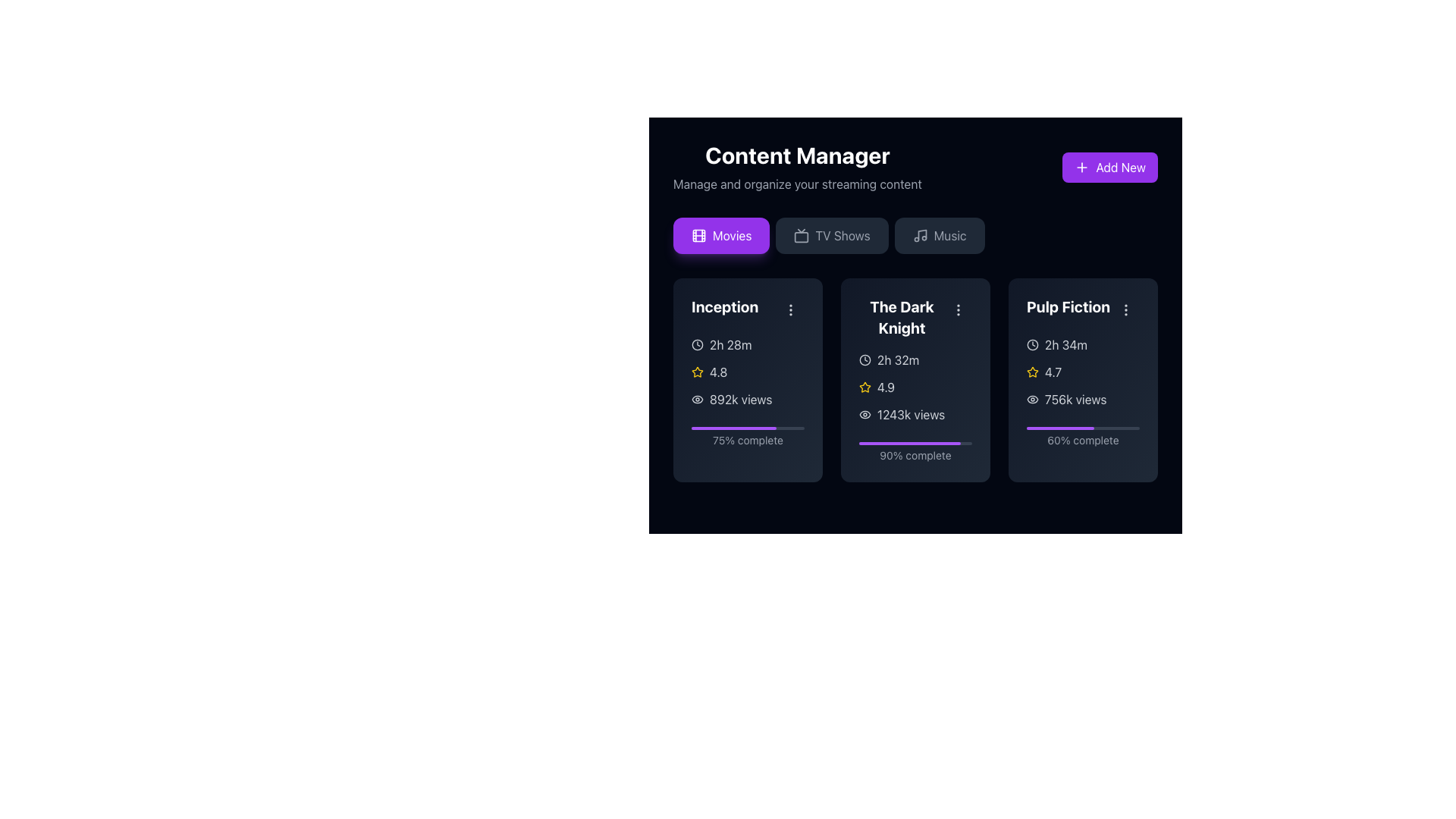 This screenshot has width=1456, height=819. What do you see at coordinates (796, 184) in the screenshot?
I see `the static text element that serves as a descriptive subtitle for the 'Content Manager' section, located directly beneath the heading 'Content Manager'` at bounding box center [796, 184].